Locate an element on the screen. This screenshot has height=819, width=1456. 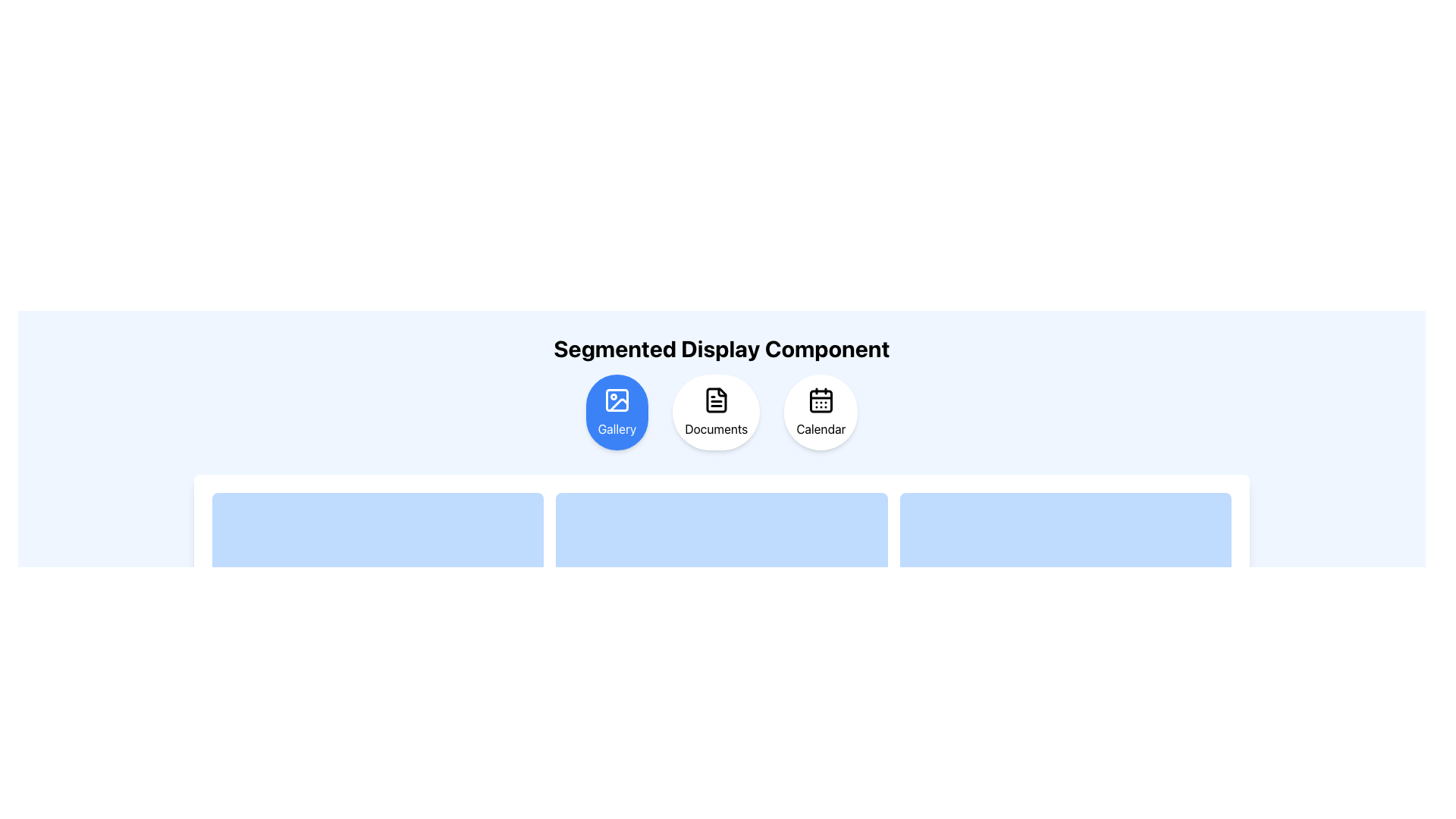
the 'Calendar' text label which is part of the third circular button in the navigation feature is located at coordinates (820, 429).